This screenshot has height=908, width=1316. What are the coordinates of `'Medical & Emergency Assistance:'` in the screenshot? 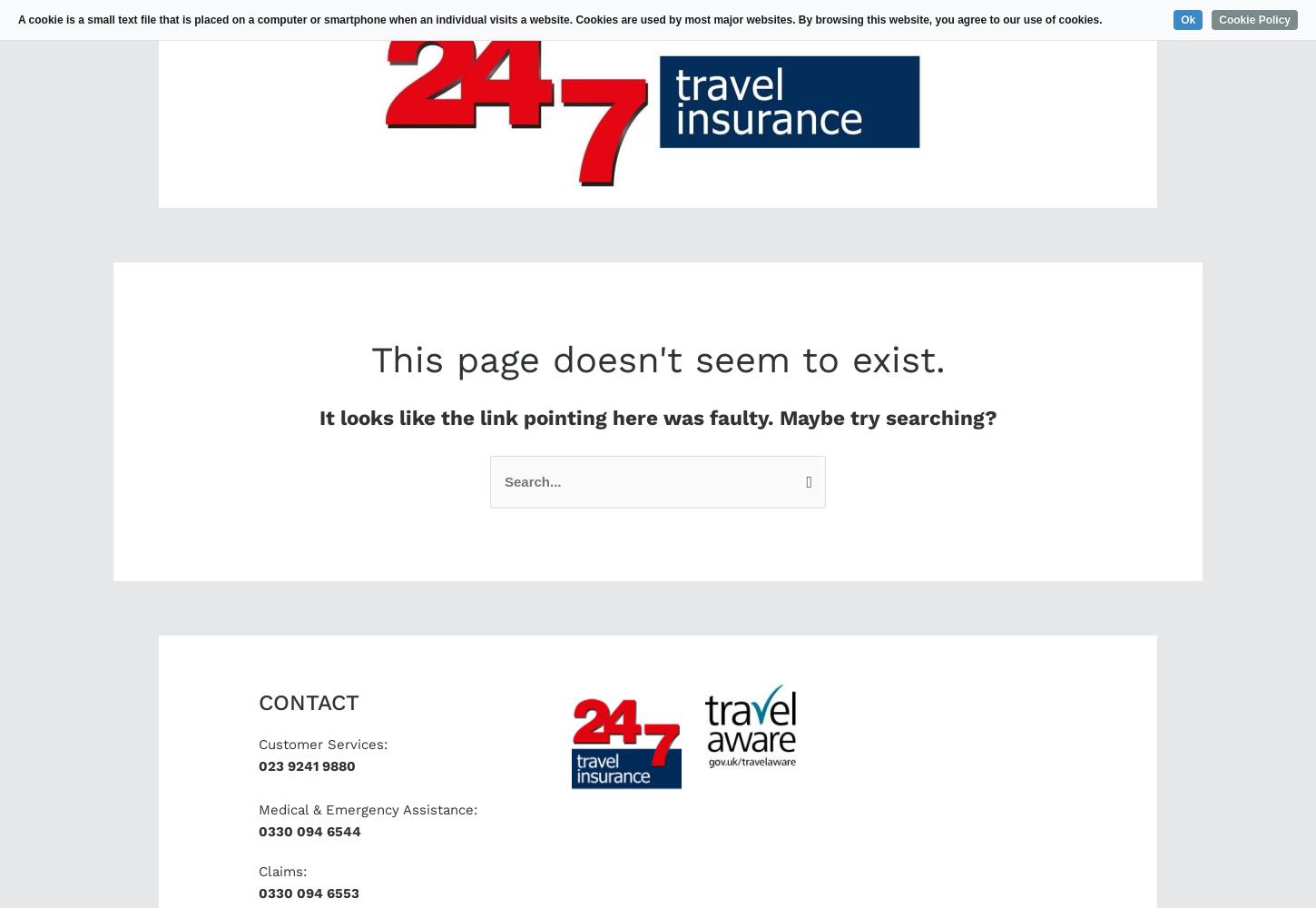 It's located at (367, 810).